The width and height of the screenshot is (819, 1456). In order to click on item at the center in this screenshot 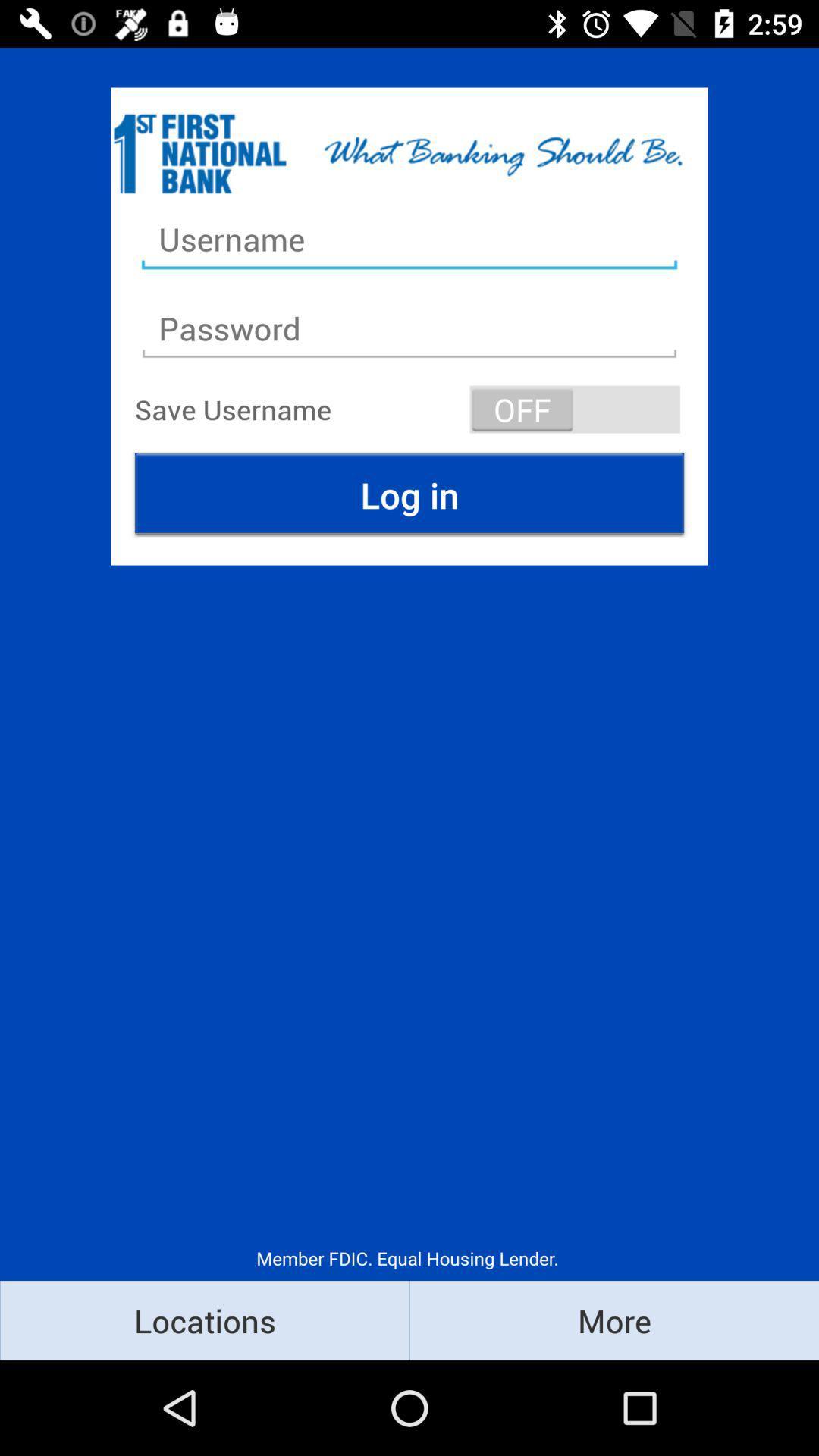, I will do `click(409, 494)`.